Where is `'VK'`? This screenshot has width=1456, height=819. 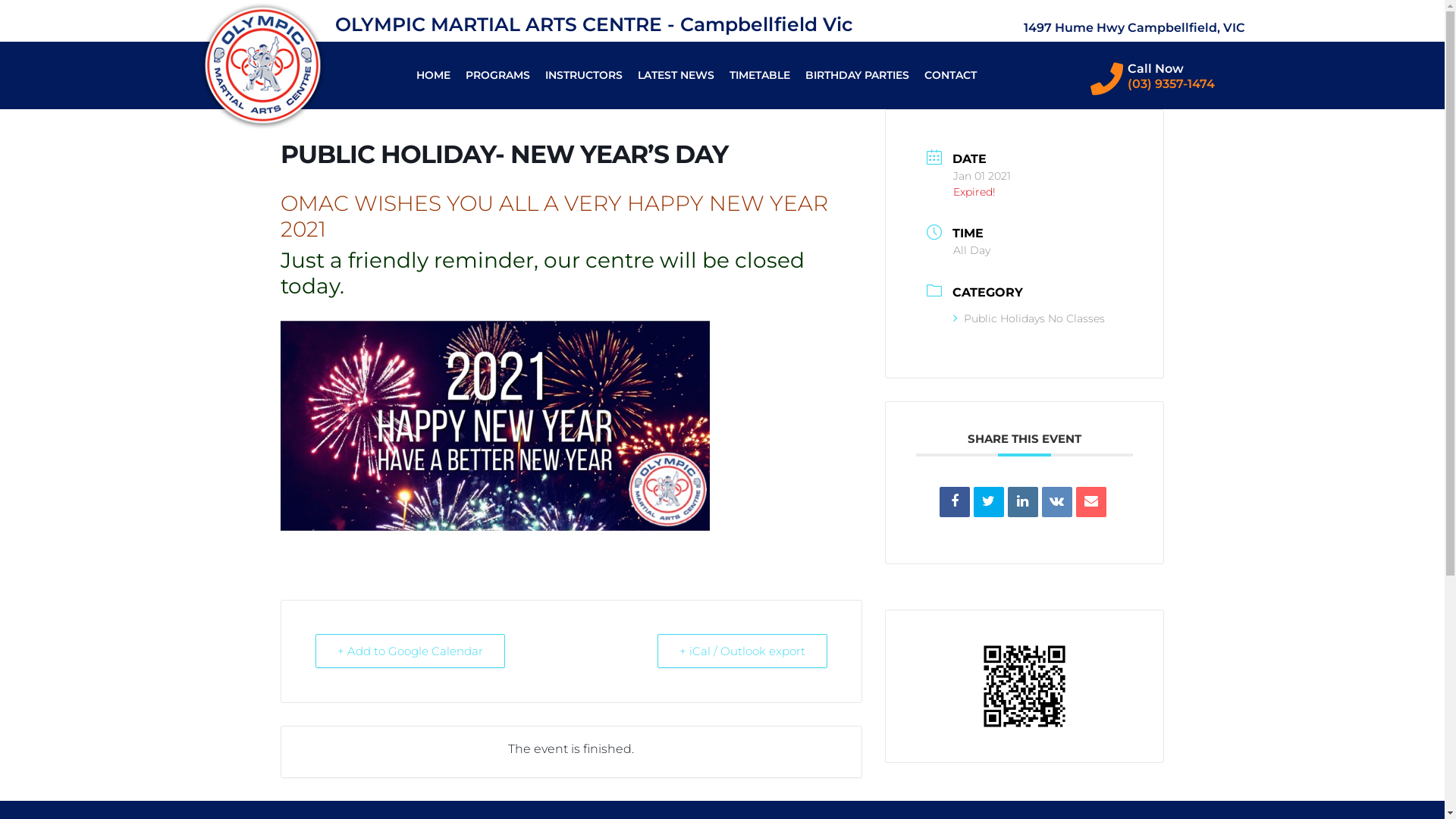 'VK' is located at coordinates (1056, 502).